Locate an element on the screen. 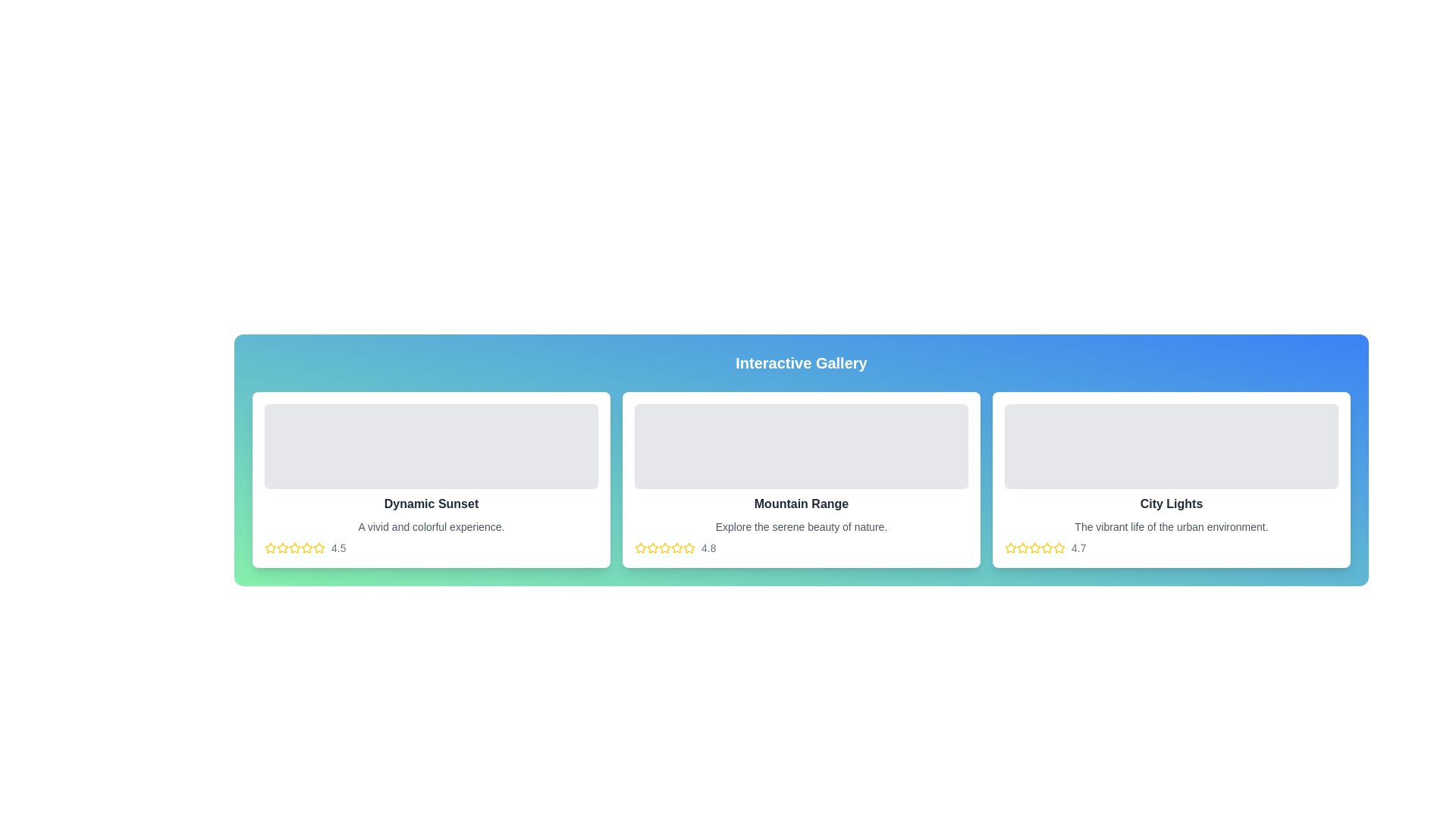 This screenshot has width=1456, height=819. the fourth star icon in the rating row located directly below the 'City Lights' card description is located at coordinates (1058, 548).